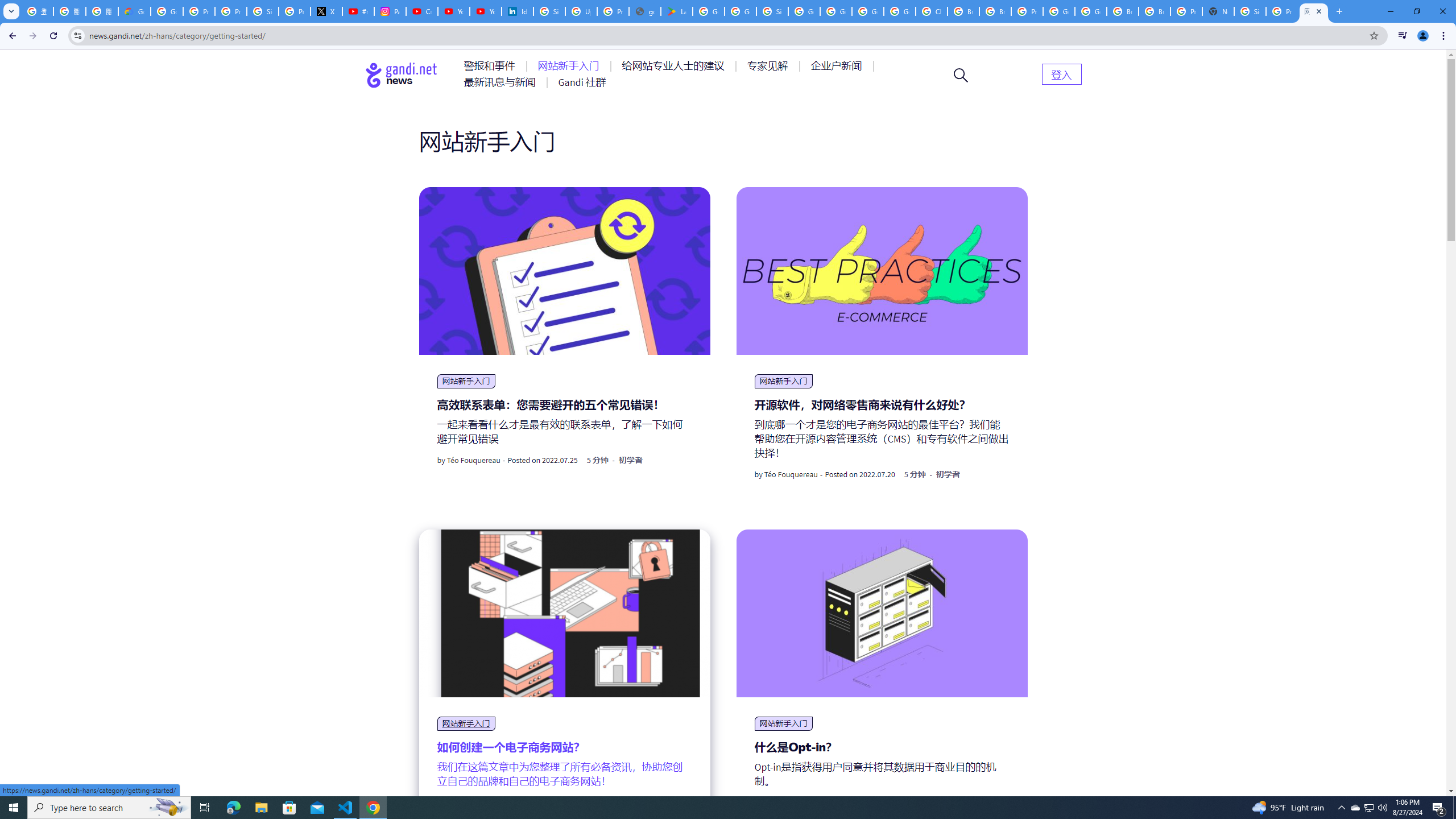 The width and height of the screenshot is (1456, 819). I want to click on 'Open search form', so click(960, 74).